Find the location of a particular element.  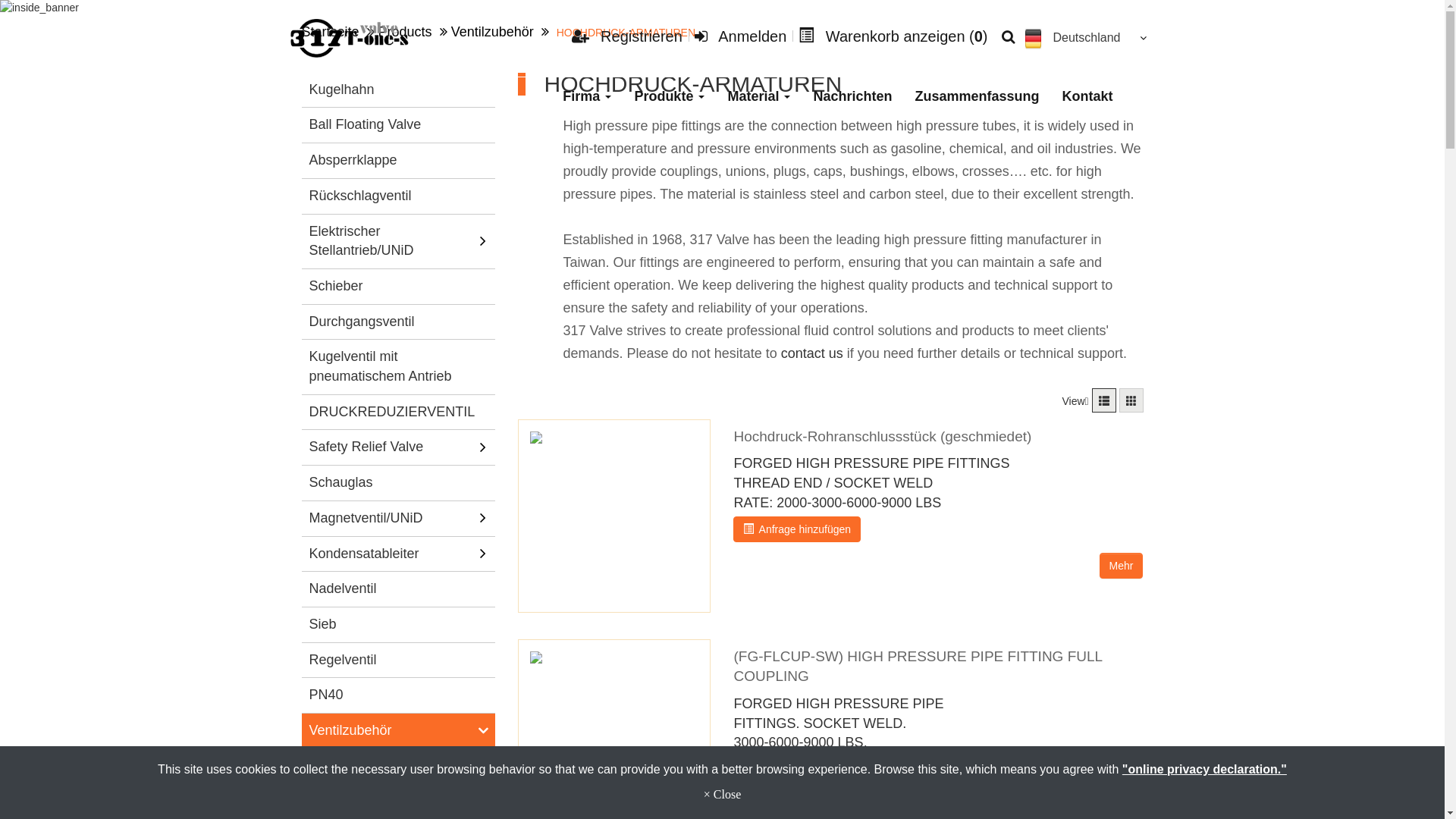

'Zusammenfassung' is located at coordinates (902, 96).